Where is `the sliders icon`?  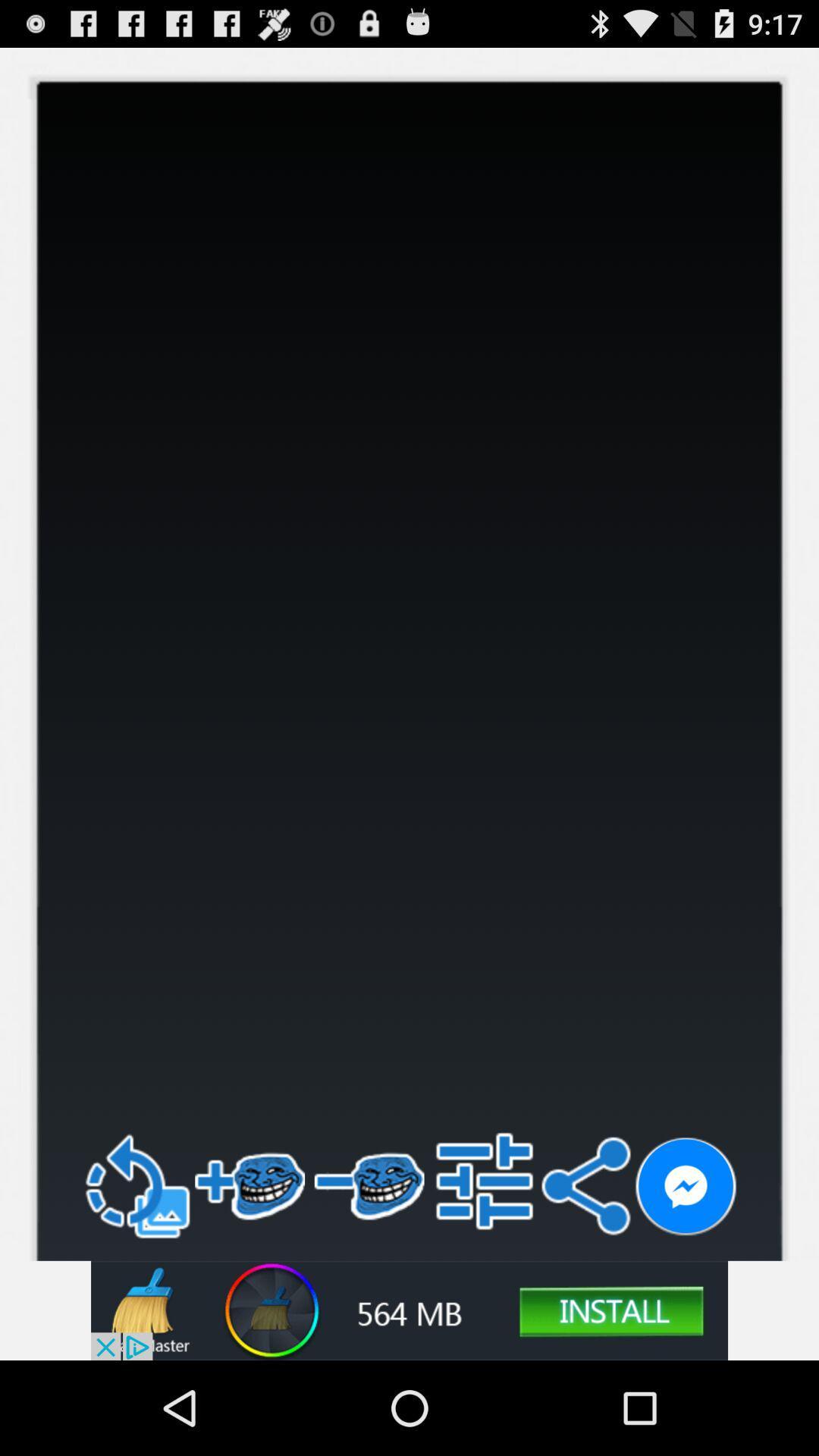 the sliders icon is located at coordinates (485, 1264).